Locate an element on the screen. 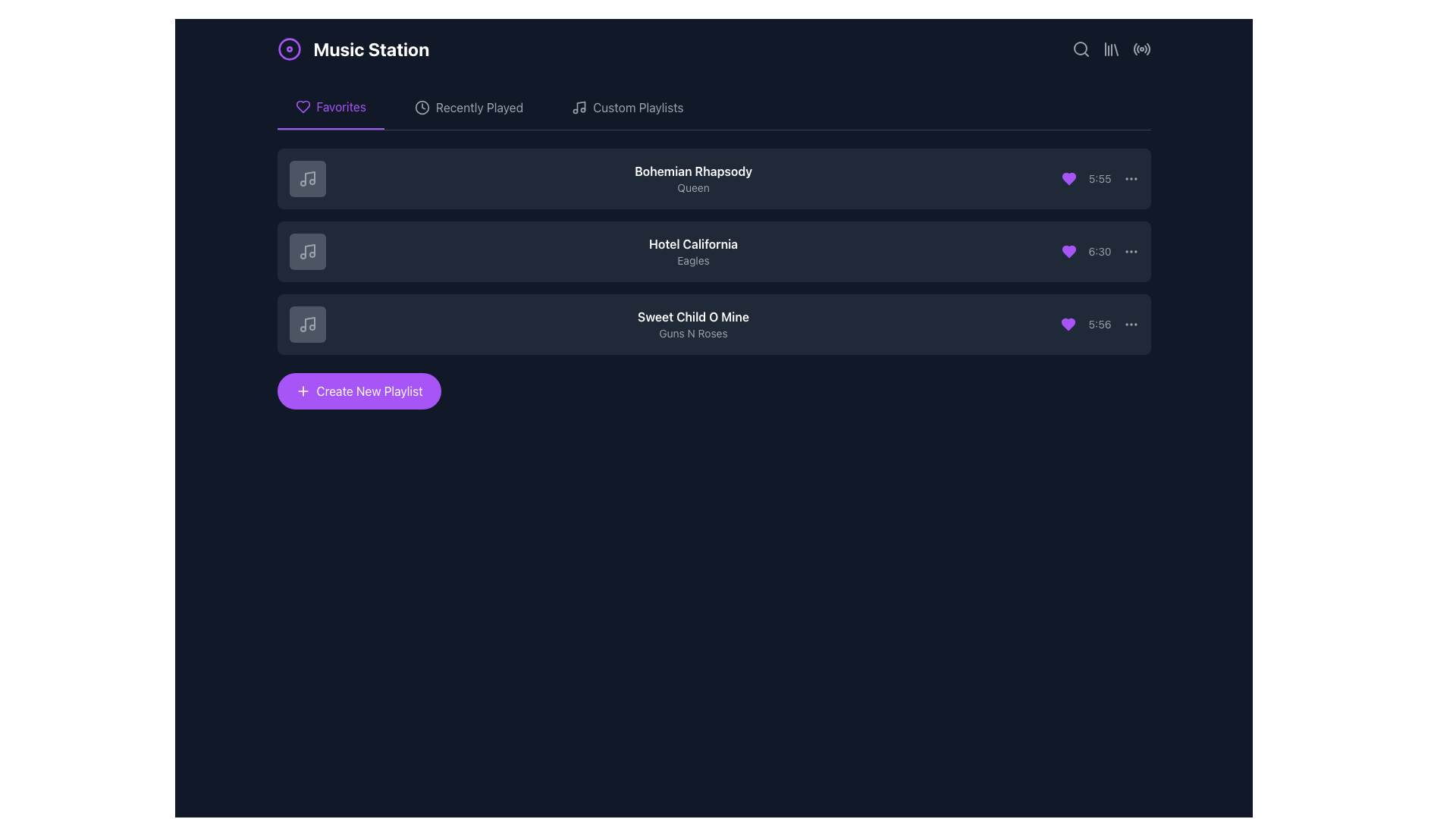 The height and width of the screenshot is (819, 1456). the second navigational button in the horizontal navigation bar is located at coordinates (468, 107).